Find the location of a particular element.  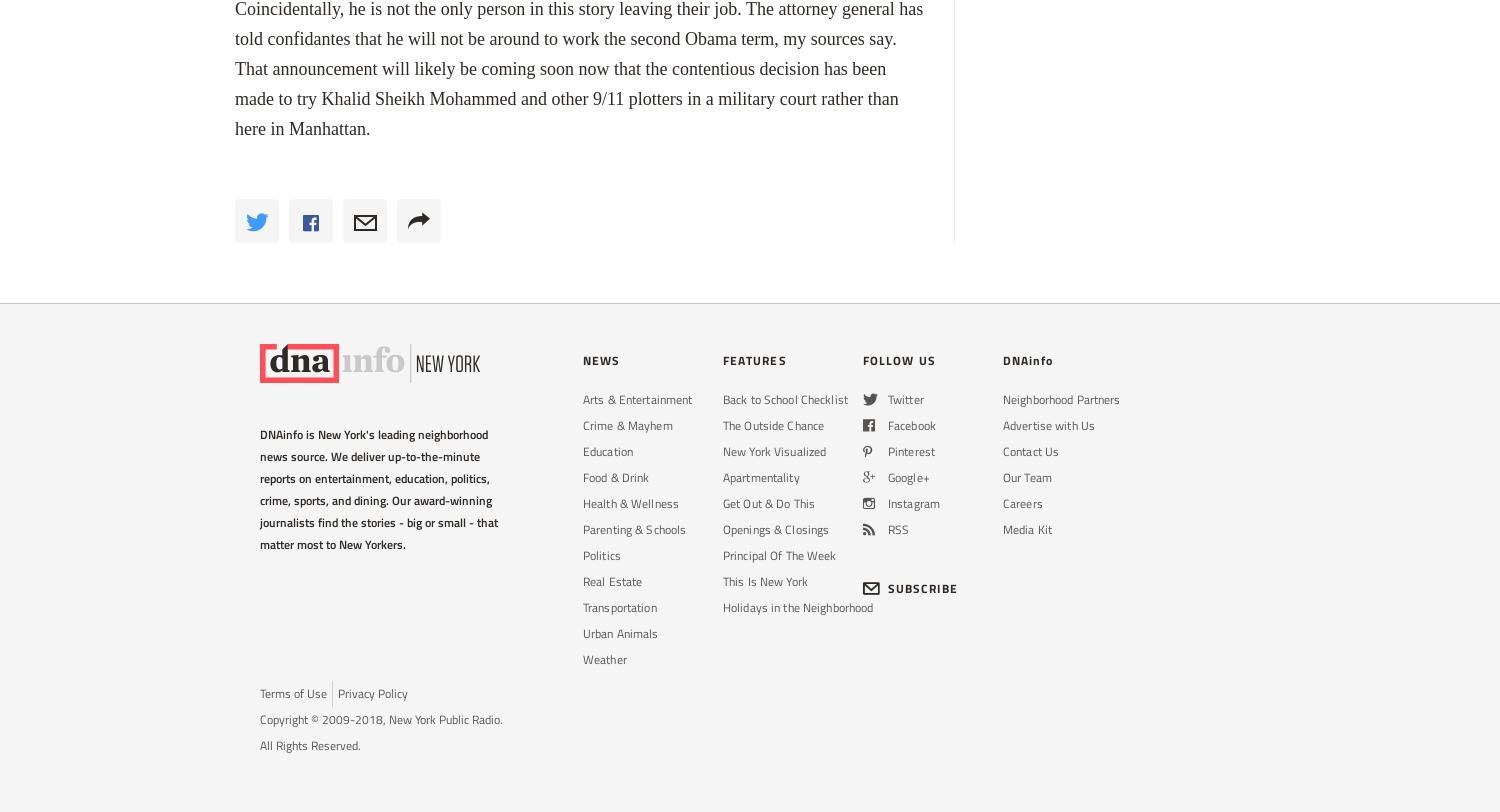

'RSS' is located at coordinates (898, 529).